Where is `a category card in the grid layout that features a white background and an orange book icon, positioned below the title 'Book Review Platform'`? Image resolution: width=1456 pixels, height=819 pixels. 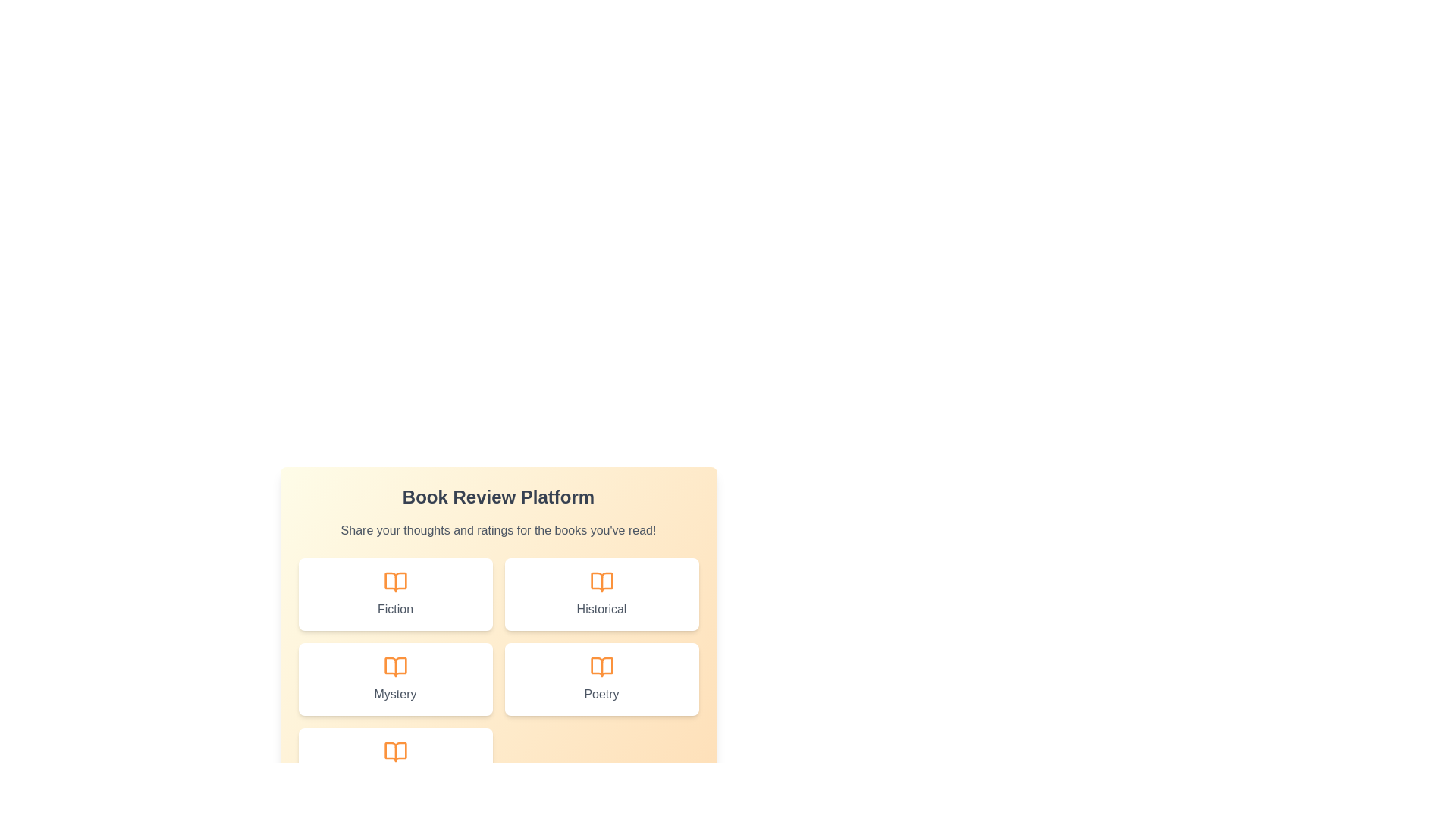
a category card in the grid layout that features a white background and an orange book icon, positioned below the title 'Book Review Platform' is located at coordinates (498, 678).